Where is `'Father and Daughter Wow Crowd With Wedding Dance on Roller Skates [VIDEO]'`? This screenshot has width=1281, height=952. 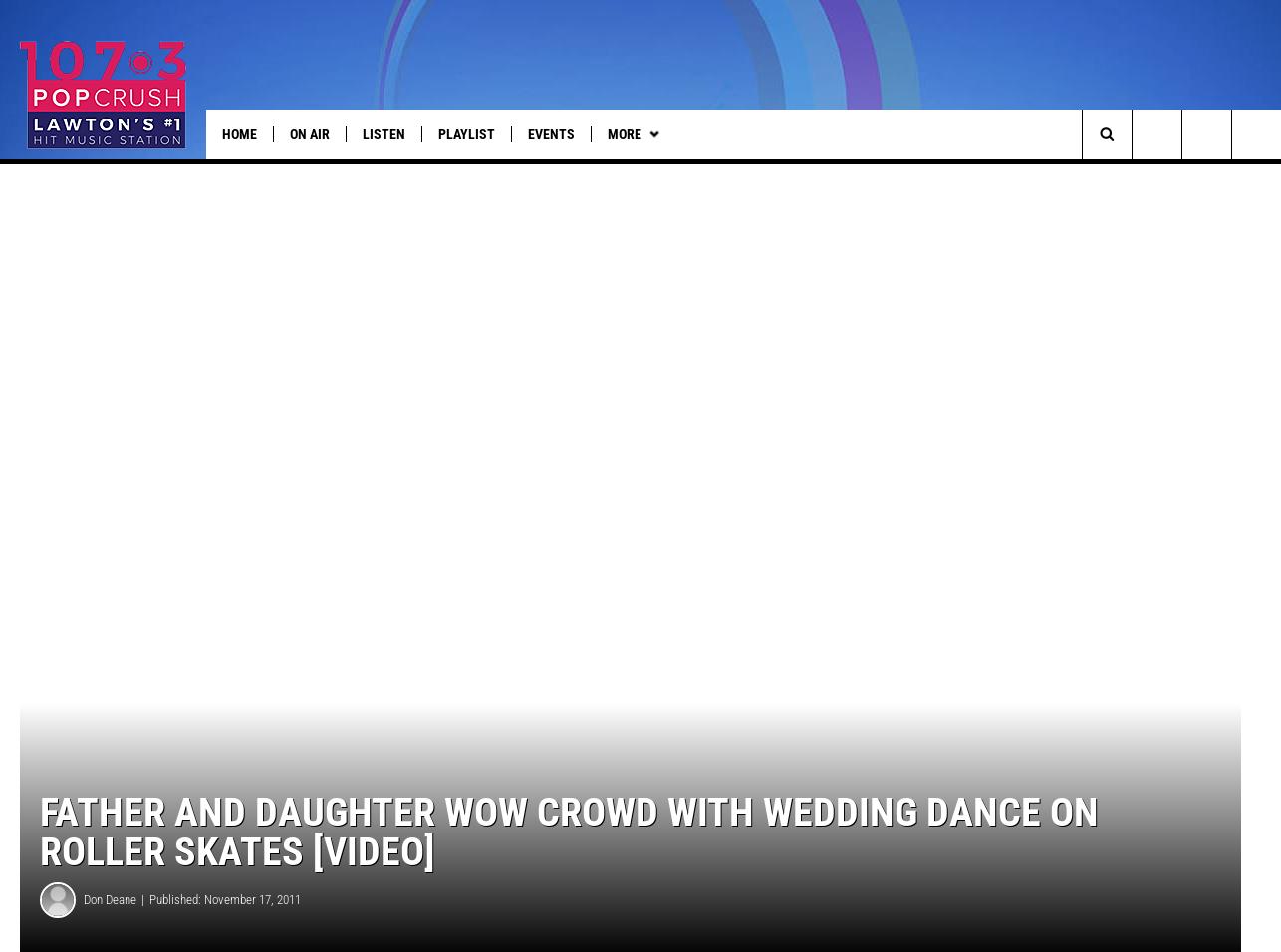 'Father and Daughter Wow Crowd With Wedding Dance on Roller Skates [VIDEO]' is located at coordinates (568, 858).